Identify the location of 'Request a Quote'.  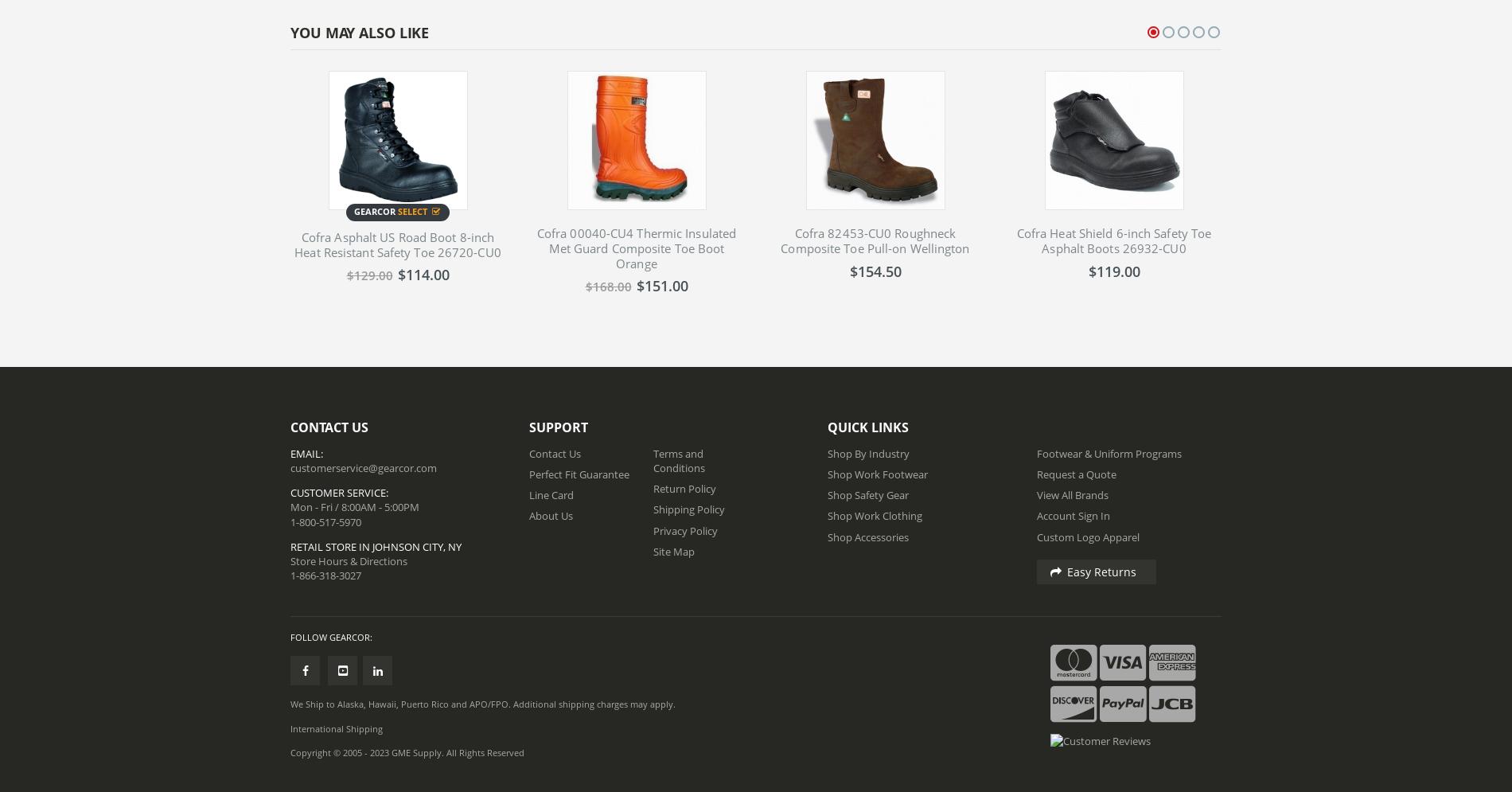
(1035, 474).